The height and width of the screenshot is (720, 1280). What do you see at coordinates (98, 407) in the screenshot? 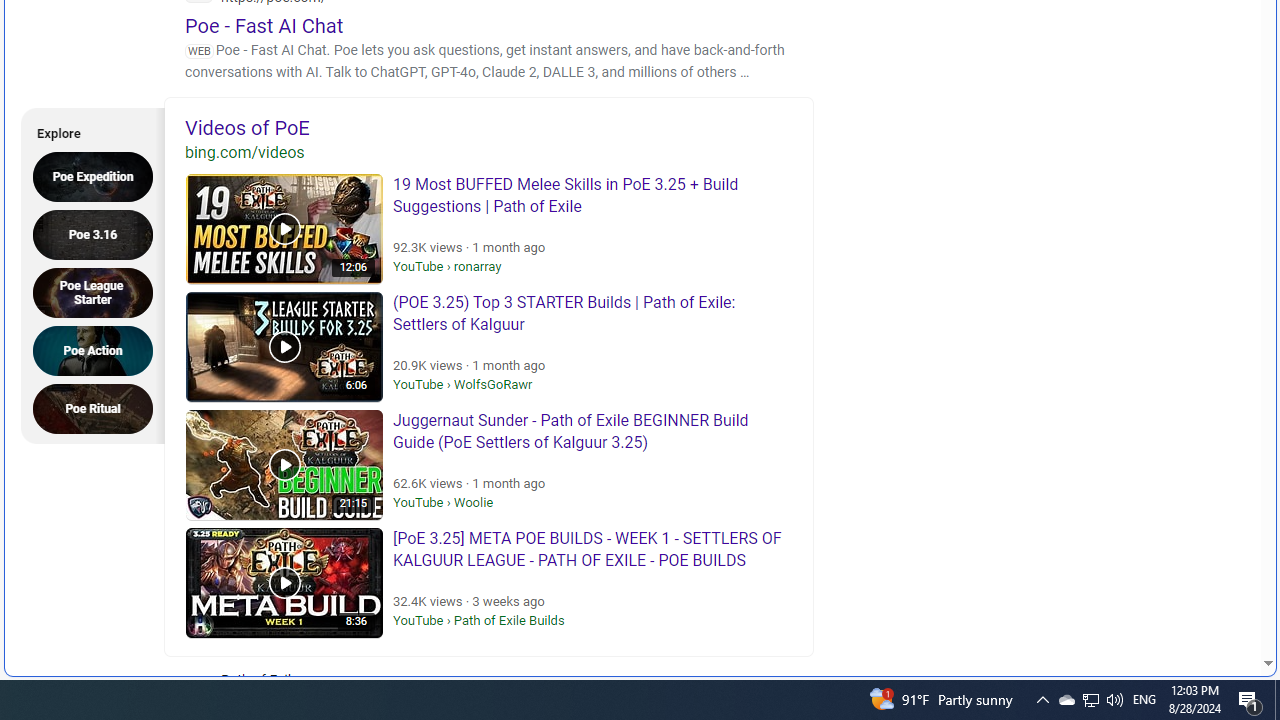
I see `'Poe Ritual'` at bounding box center [98, 407].